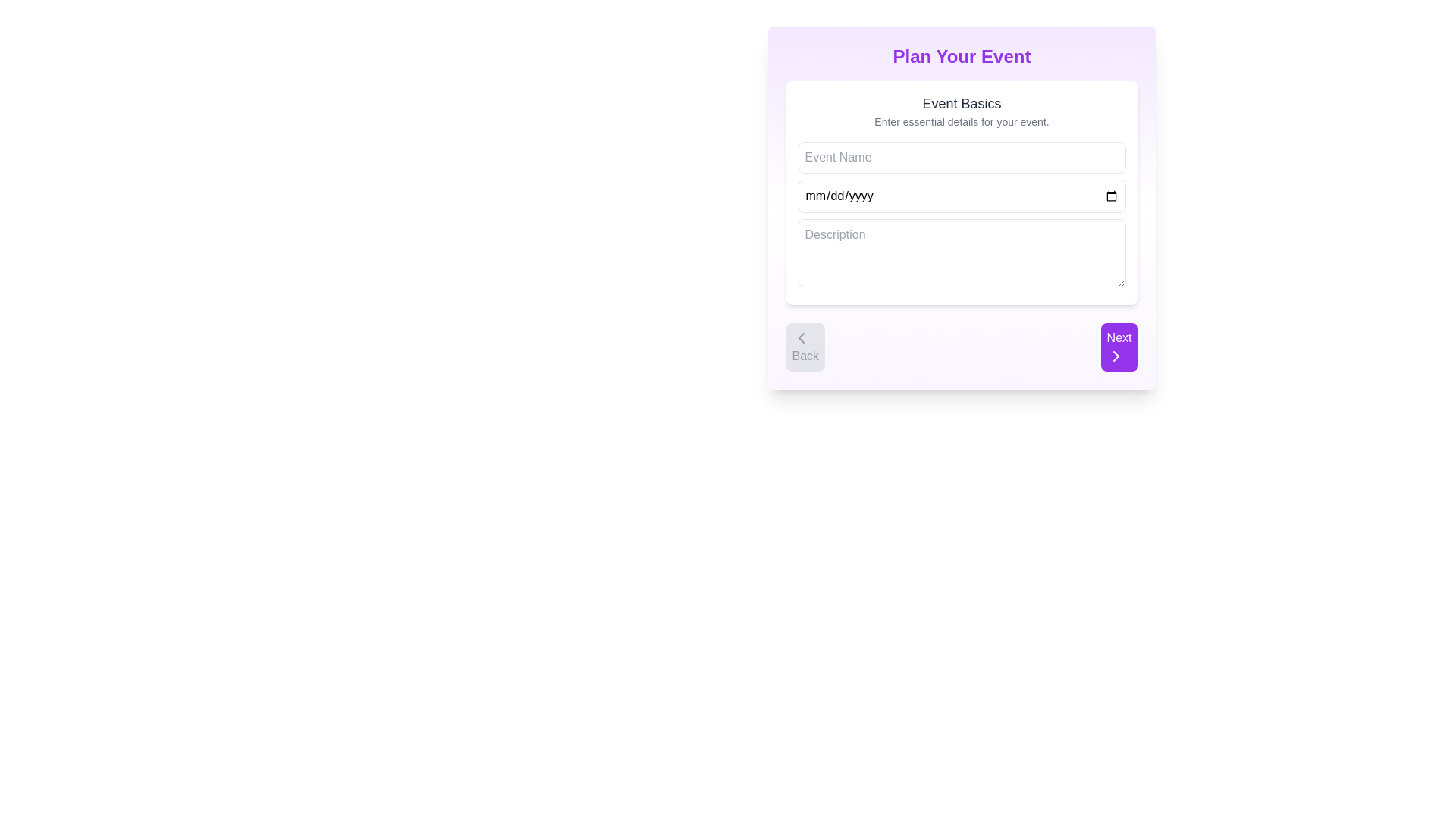  What do you see at coordinates (800, 337) in the screenshot?
I see `the left-pointing chevron icon located near the bottom-left corner of the dialog box within the 'Back' button` at bounding box center [800, 337].